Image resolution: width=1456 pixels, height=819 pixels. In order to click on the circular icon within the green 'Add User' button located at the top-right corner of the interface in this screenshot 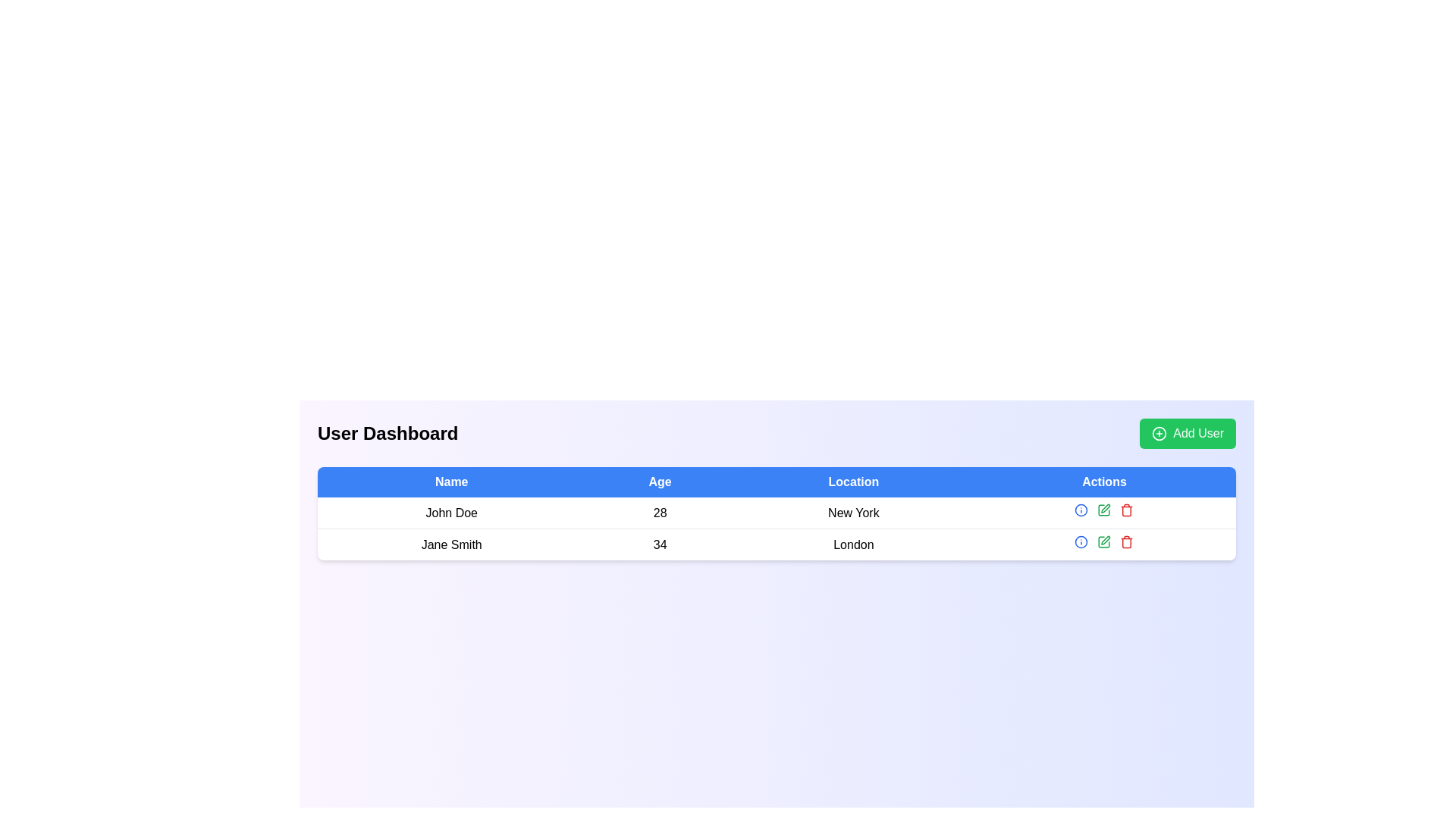, I will do `click(1159, 433)`.